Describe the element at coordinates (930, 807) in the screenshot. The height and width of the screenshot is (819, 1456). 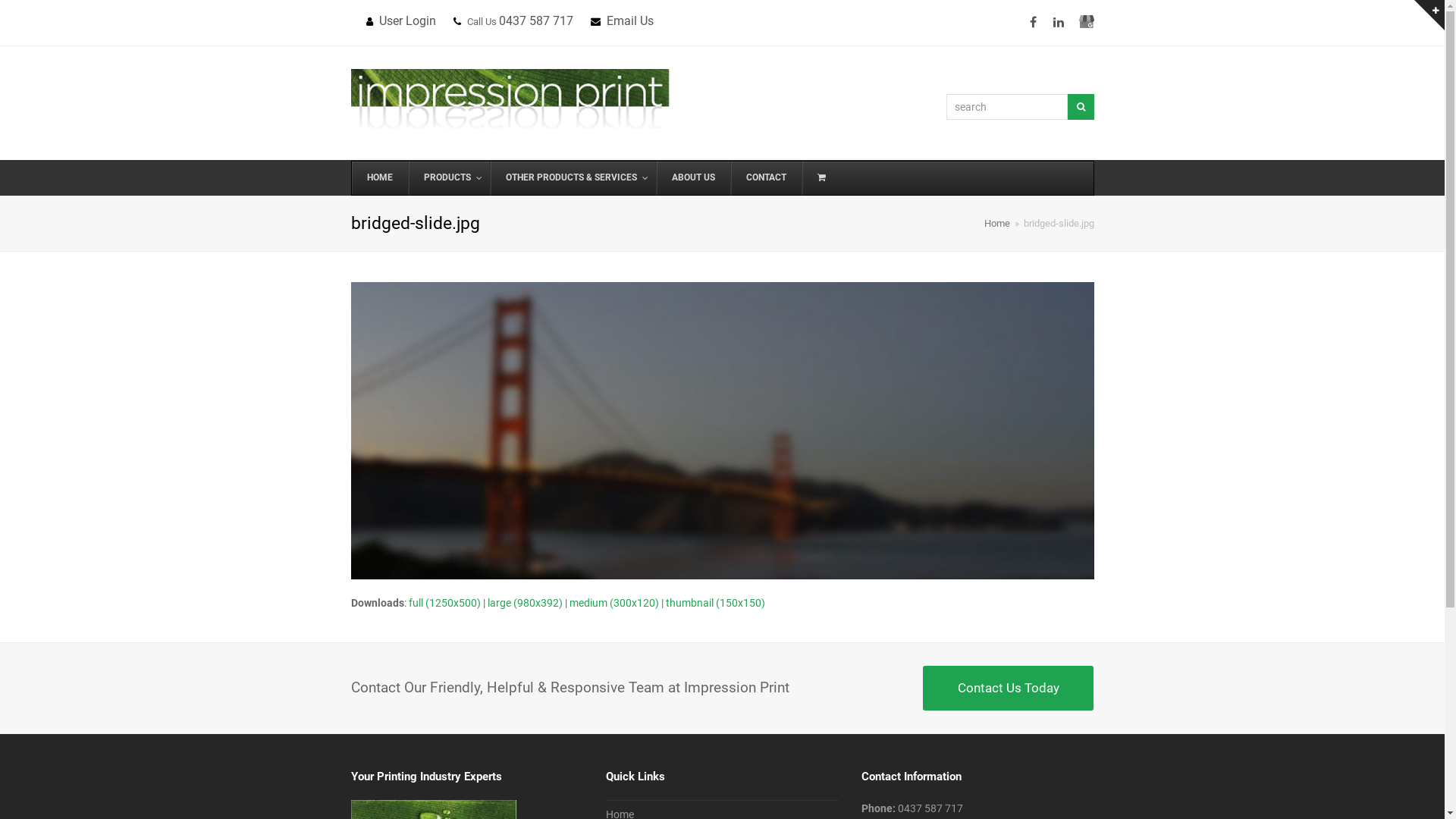
I see `'0437 587 717'` at that location.